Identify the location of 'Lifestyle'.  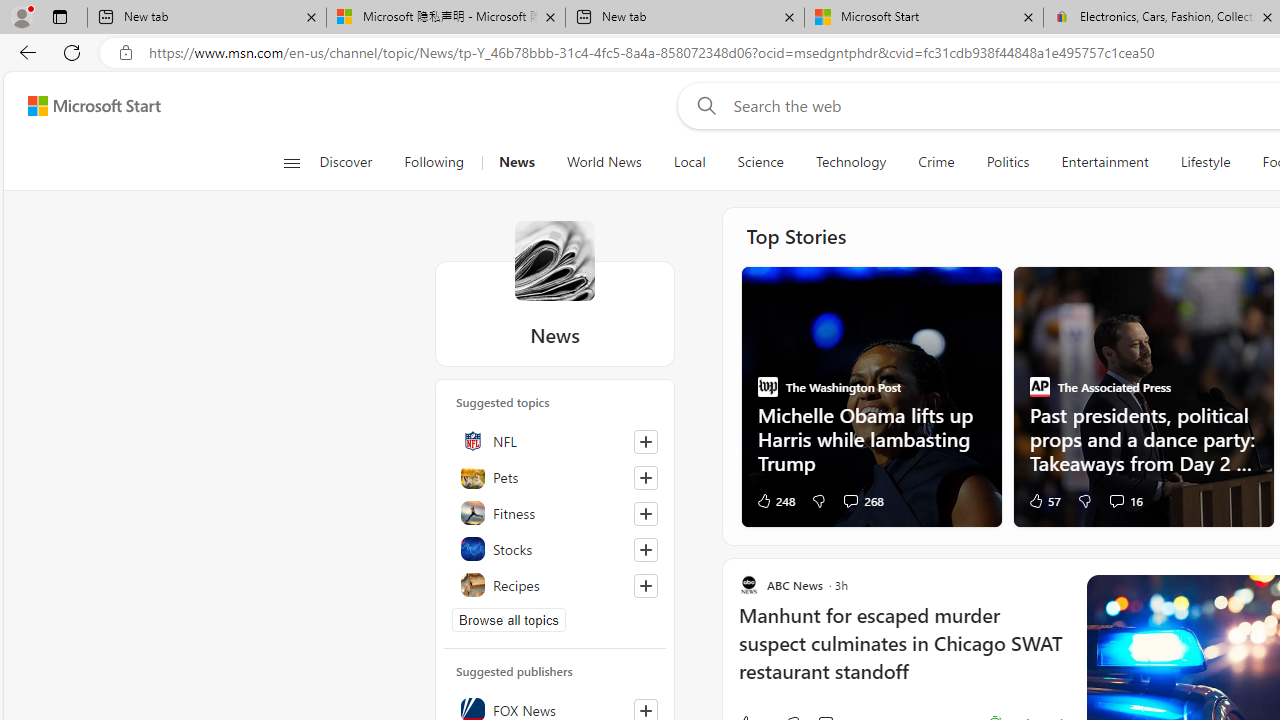
(1204, 162).